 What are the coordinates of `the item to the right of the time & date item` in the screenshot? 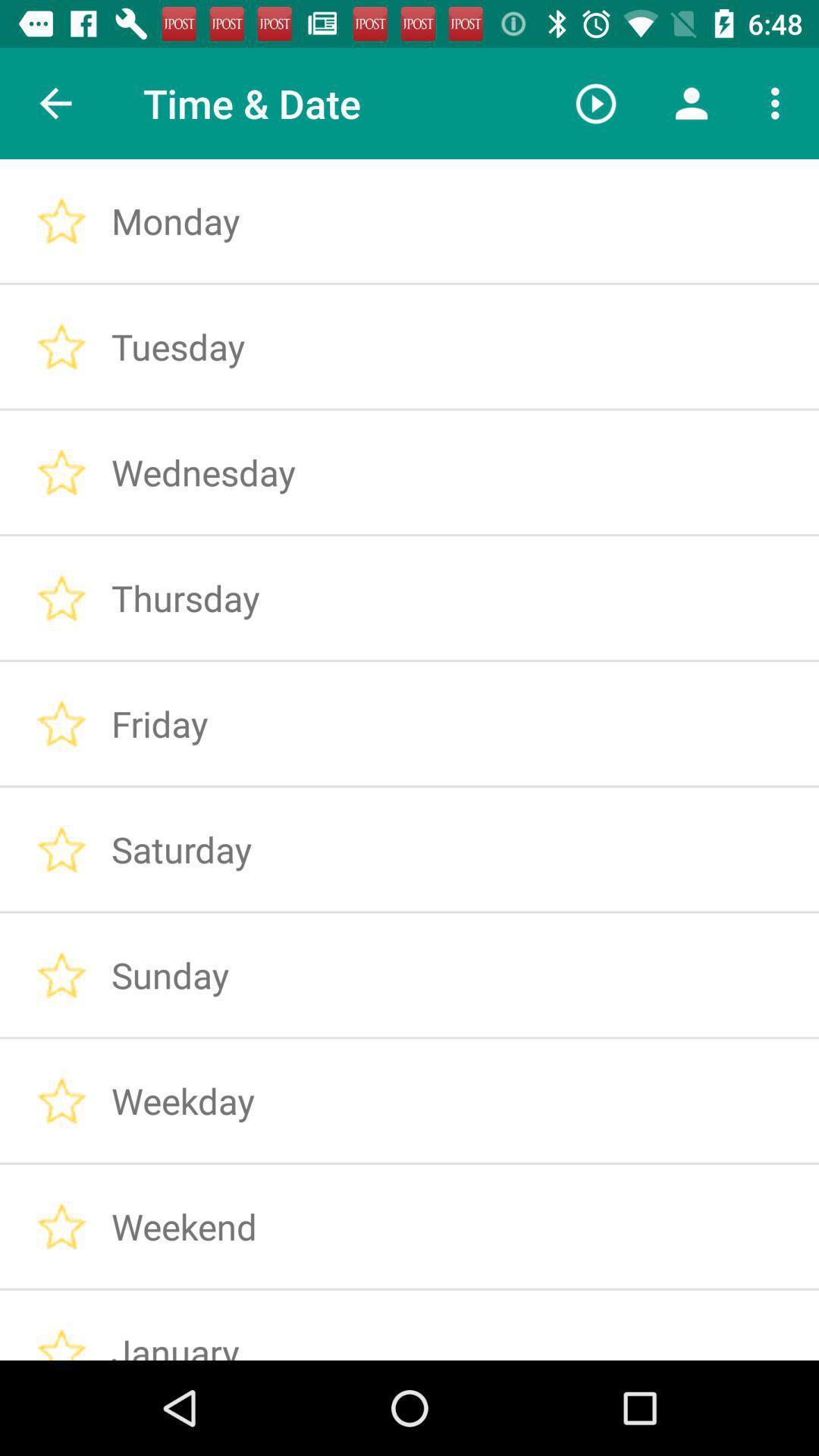 It's located at (595, 102).